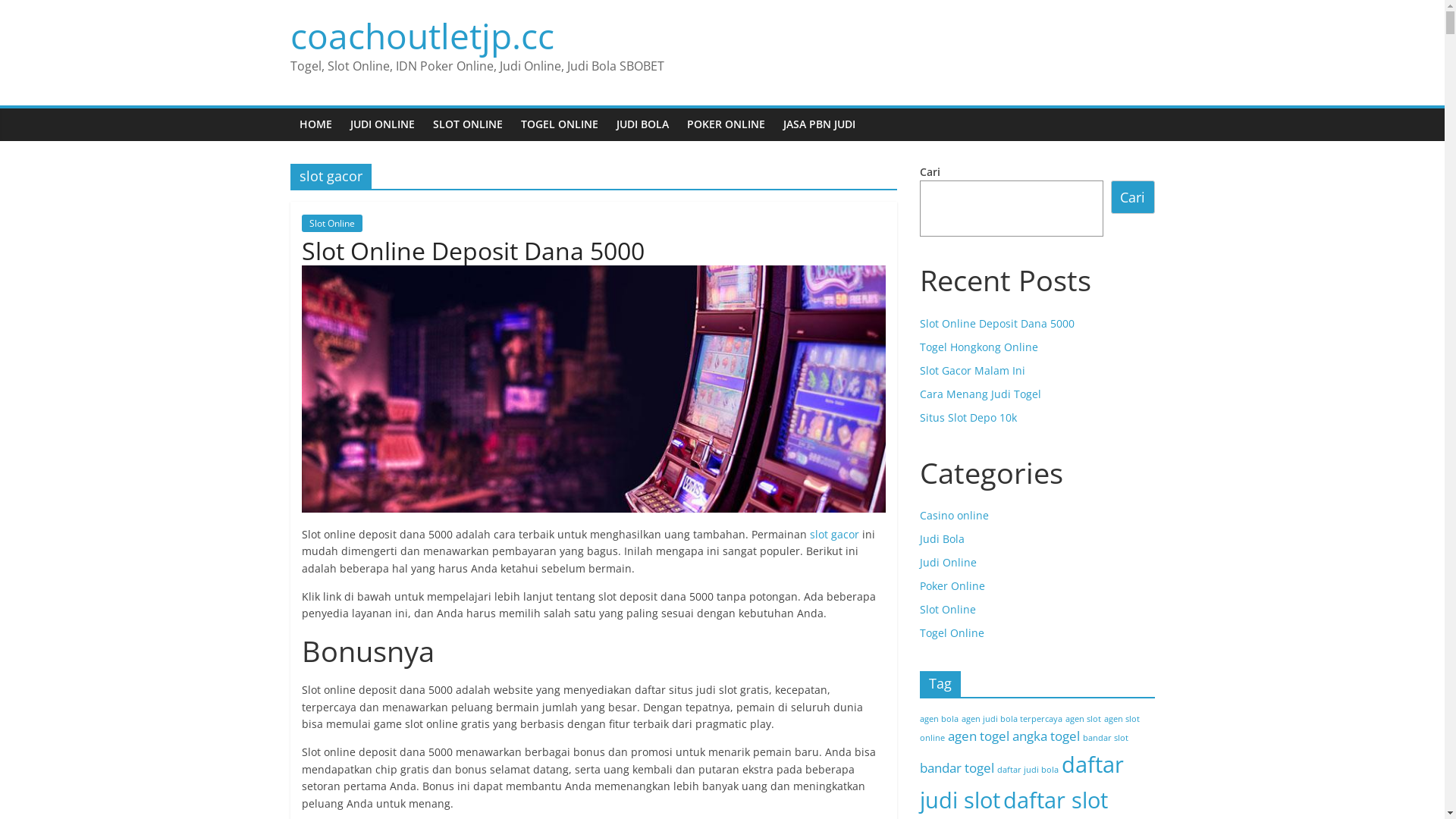 This screenshot has width=1456, height=819. Describe the element at coordinates (1029, 727) in the screenshot. I see `'agen slot online'` at that location.